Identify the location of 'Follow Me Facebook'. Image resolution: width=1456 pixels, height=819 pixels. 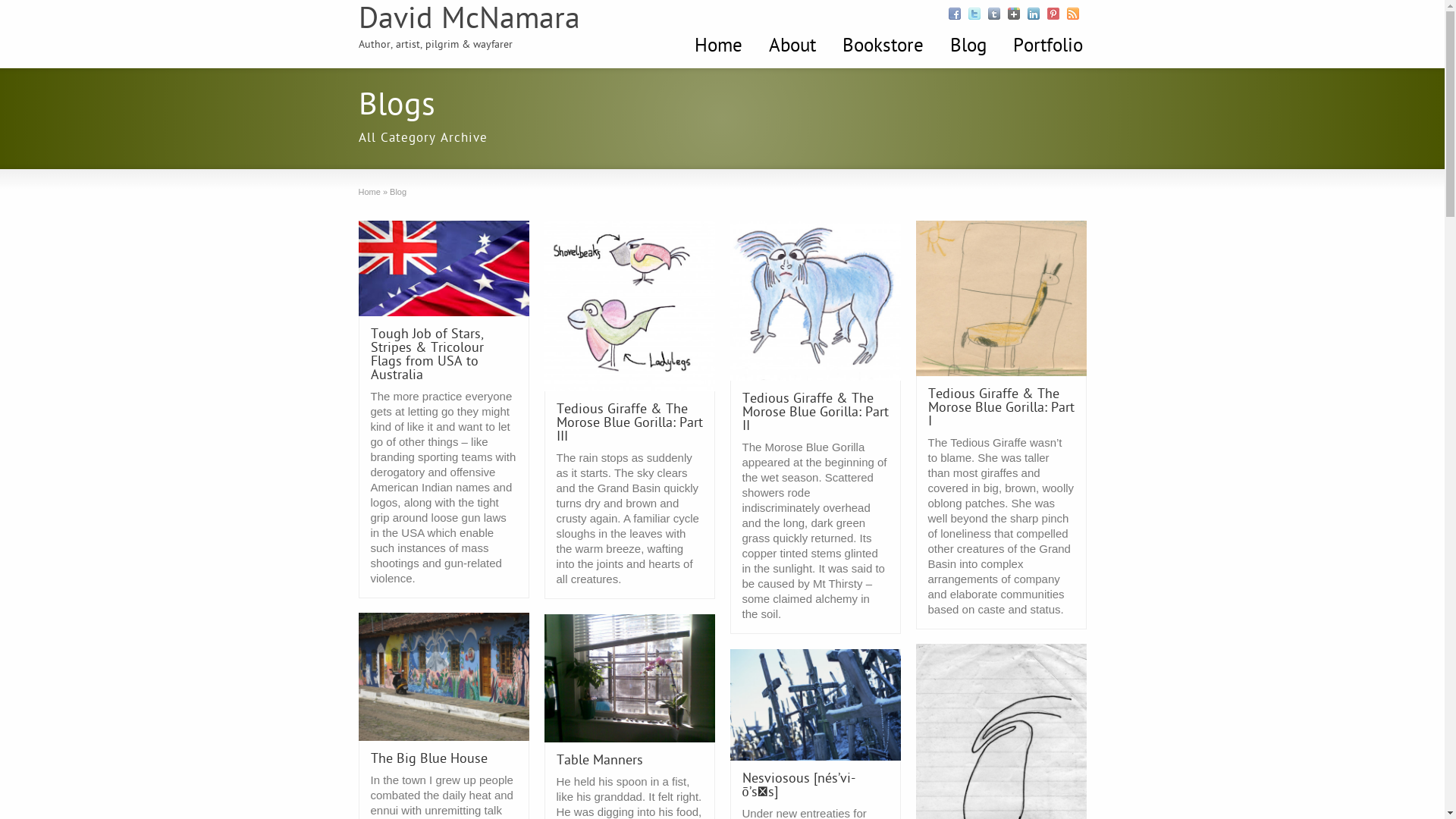
(952, 14).